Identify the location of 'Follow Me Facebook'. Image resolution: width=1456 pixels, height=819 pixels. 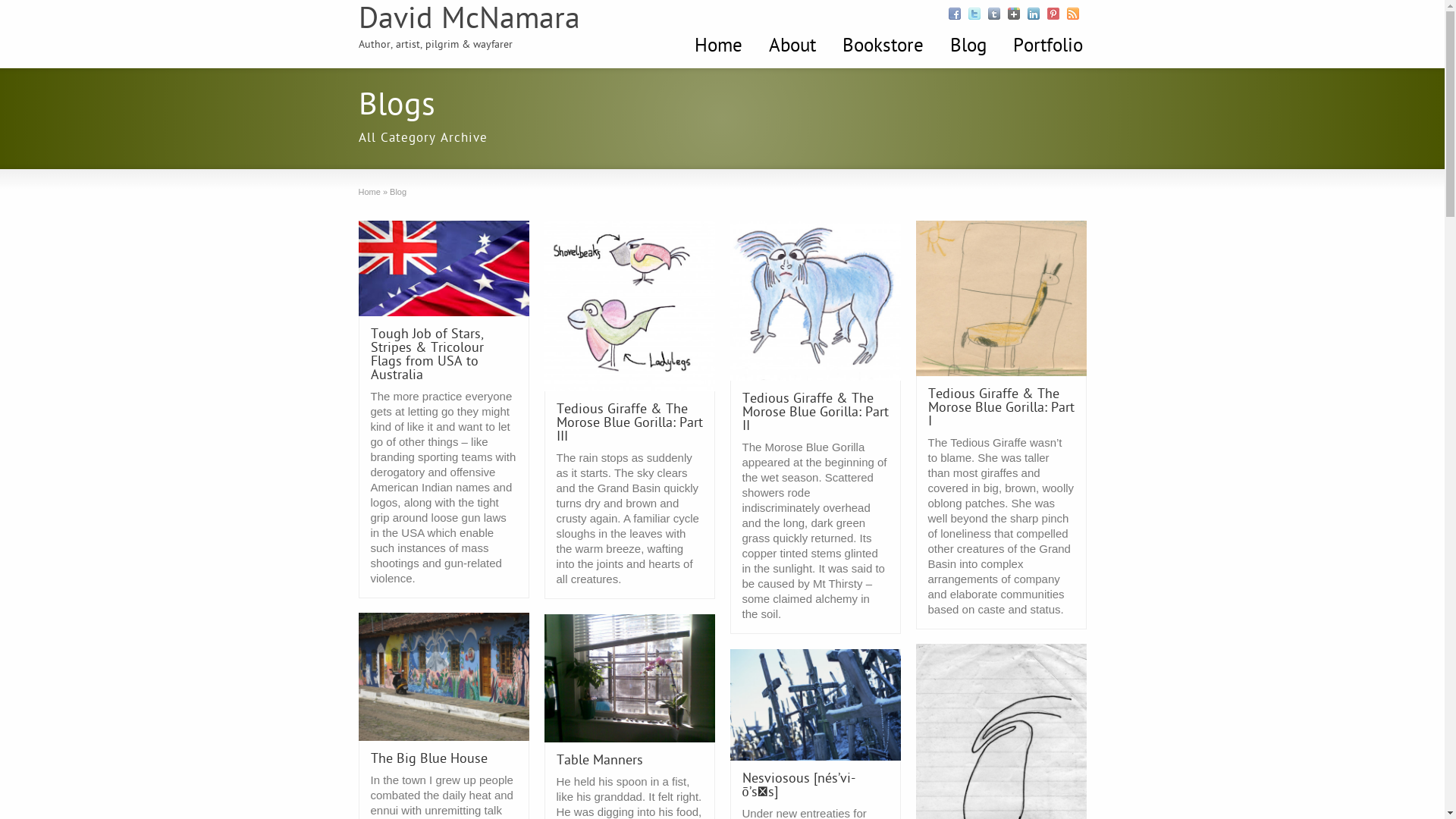
(952, 14).